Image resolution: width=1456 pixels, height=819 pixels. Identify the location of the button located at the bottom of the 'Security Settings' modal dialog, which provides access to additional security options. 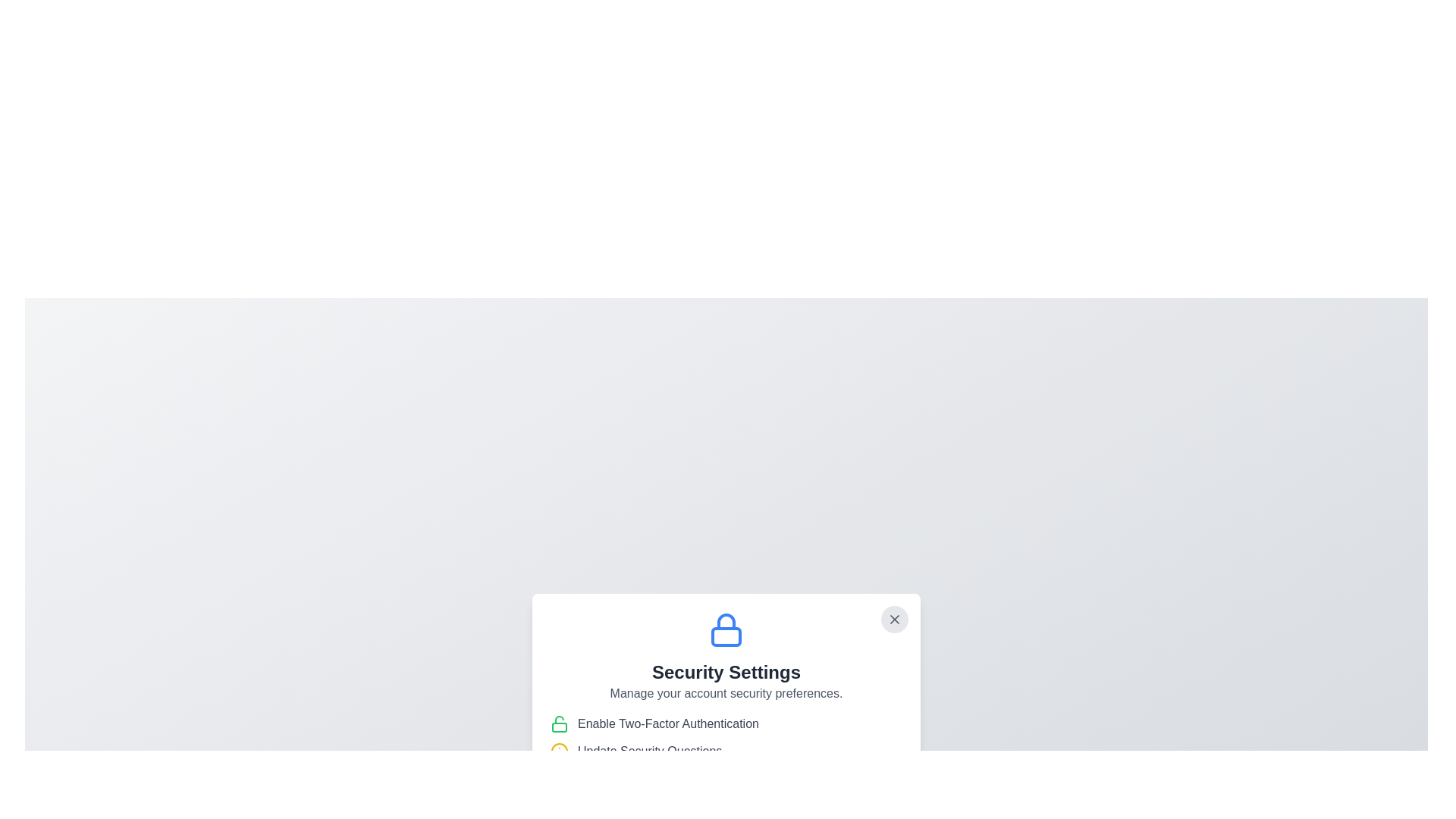
(726, 786).